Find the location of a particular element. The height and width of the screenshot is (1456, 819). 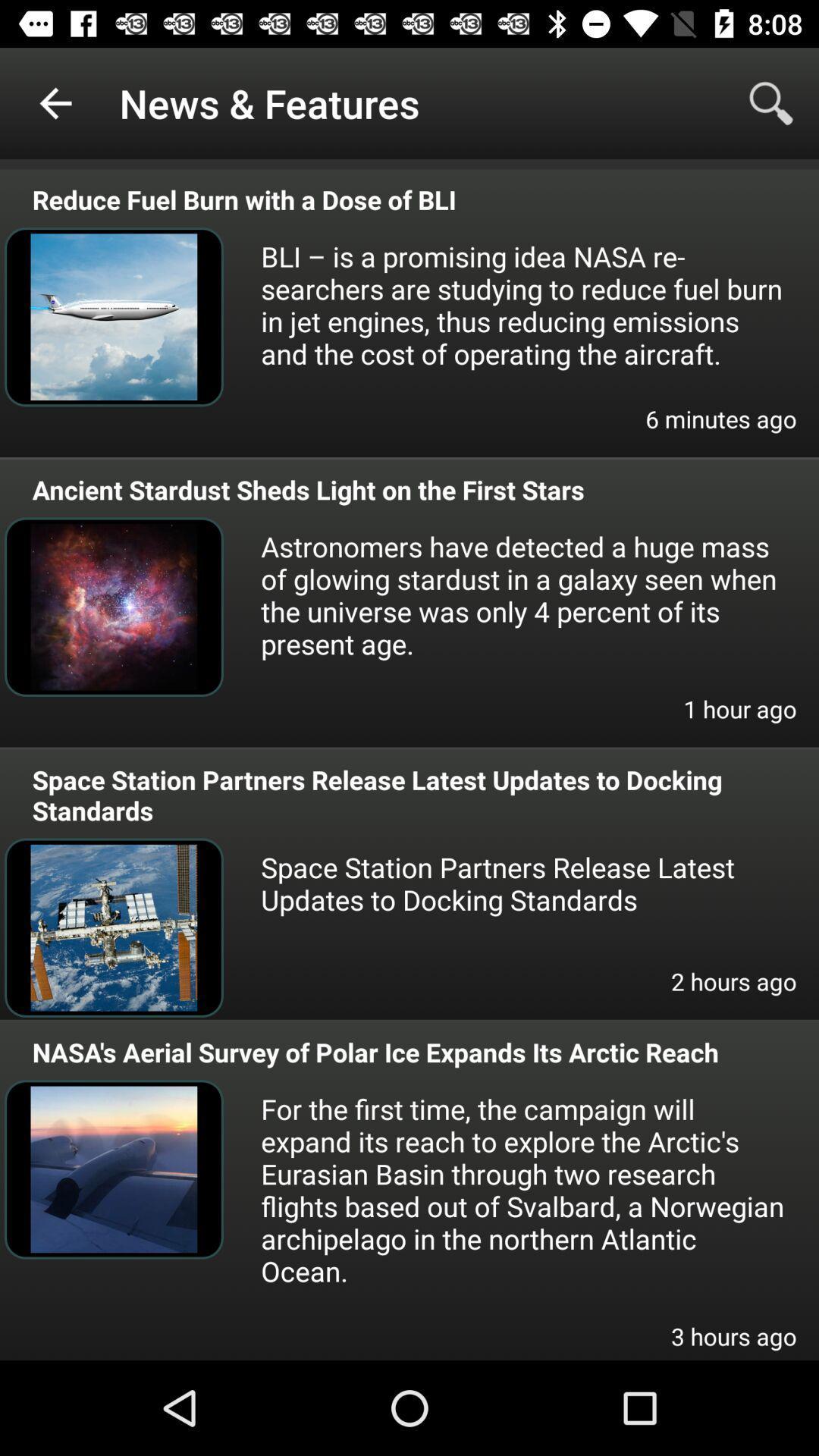

the item on the right is located at coordinates (739, 718).